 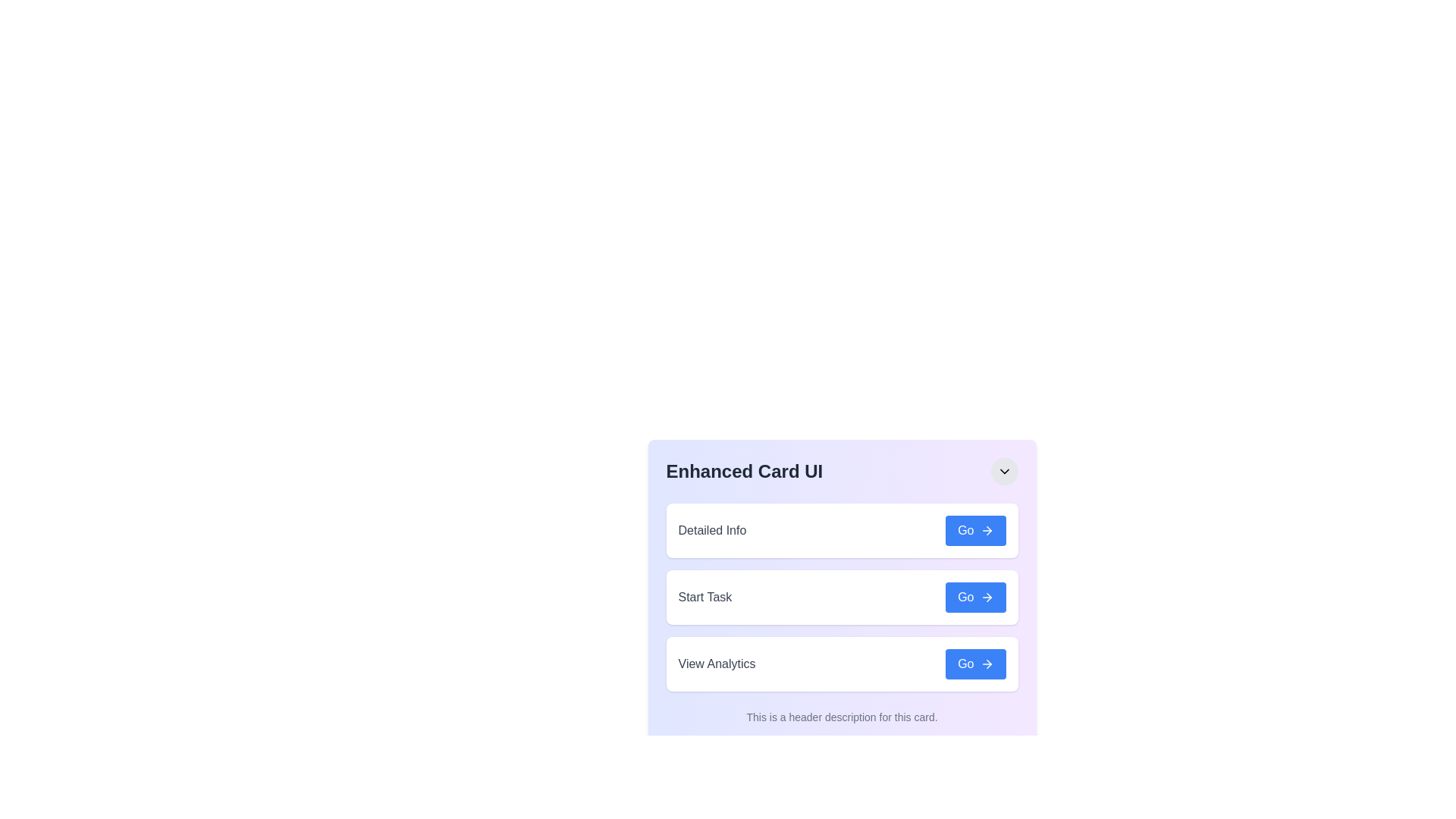 I want to click on the rightward chevron arrow icon next to the 'Go' button, which has a blue background and white text, located in the middle row of the interface, so click(x=987, y=596).